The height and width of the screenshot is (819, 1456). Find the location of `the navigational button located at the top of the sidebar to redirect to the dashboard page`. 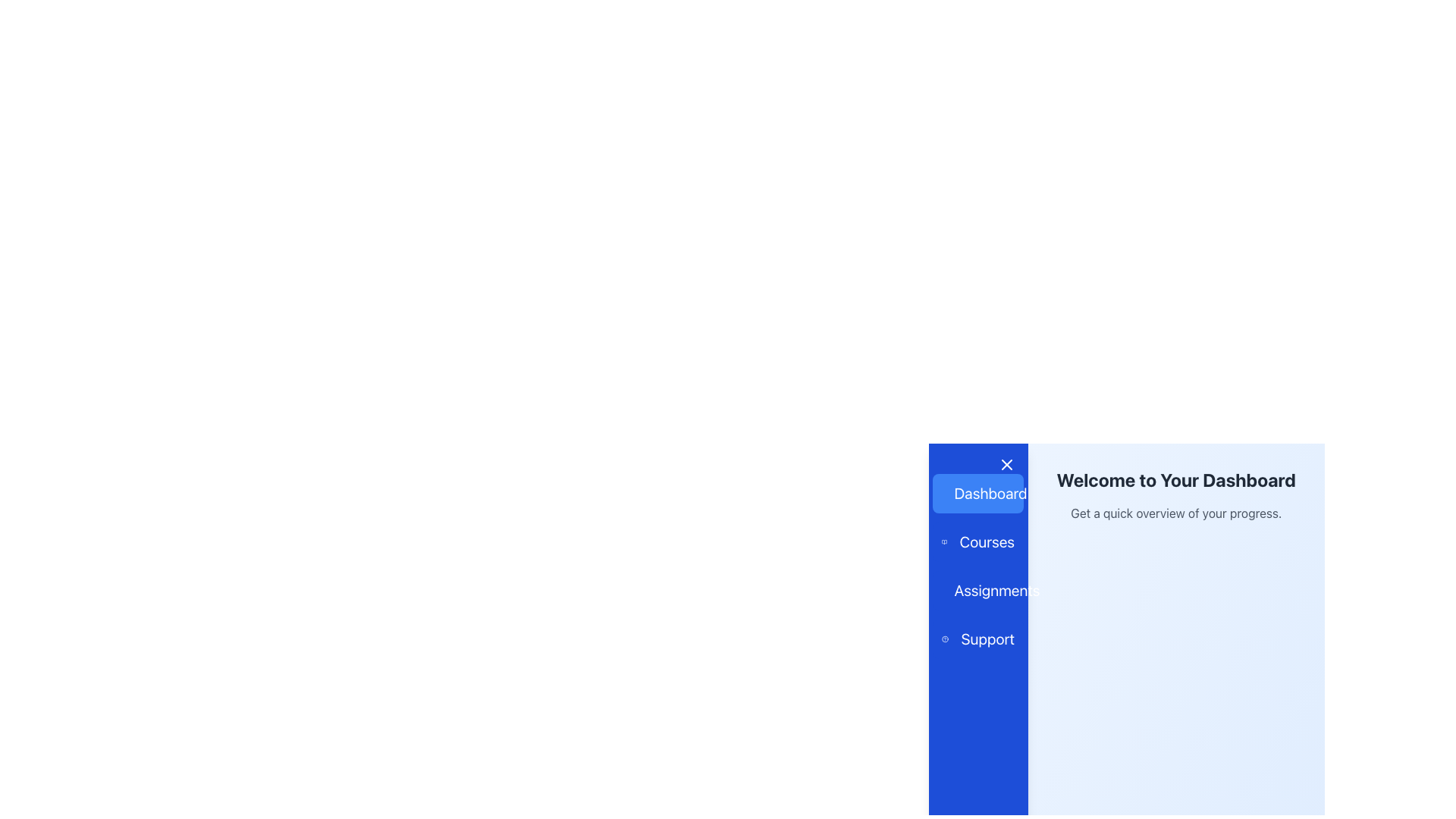

the navigational button located at the top of the sidebar to redirect to the dashboard page is located at coordinates (978, 494).